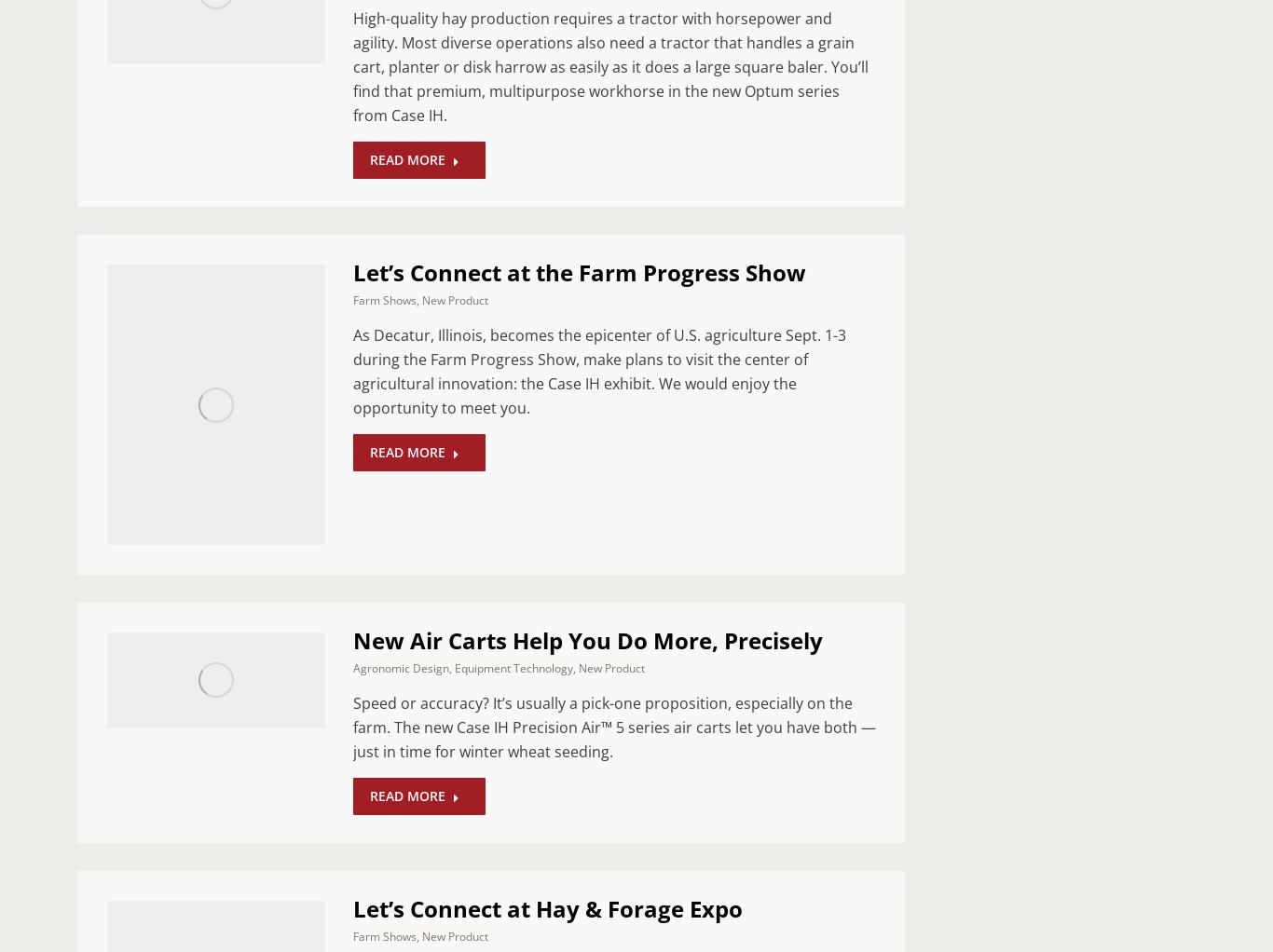  I want to click on 'High-quality hay production requires a tractor with horsepower and agility. Most diverse operations also need a tractor that handles a grain cart, planter or disk harrow as easily as it does a large square baler. You’ll find that premium, multipurpose workhorse in the new Optum series from Case IH.', so click(609, 67).